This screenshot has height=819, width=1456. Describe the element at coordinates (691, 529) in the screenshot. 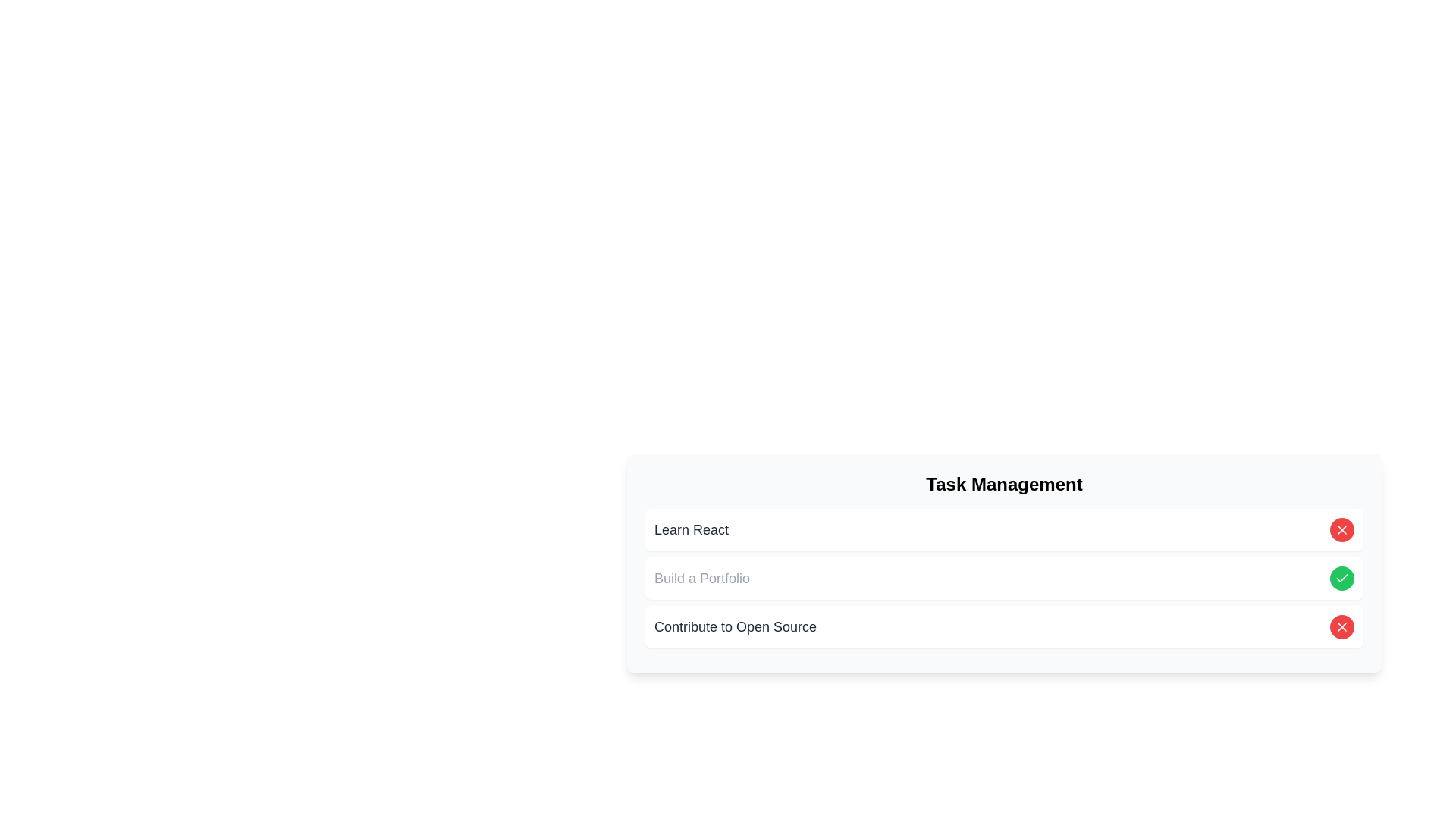

I see `the 'Learn React' text label, which is displayed in bold, larger font style and dark gray color, part of the 'Task Management' section` at that location.